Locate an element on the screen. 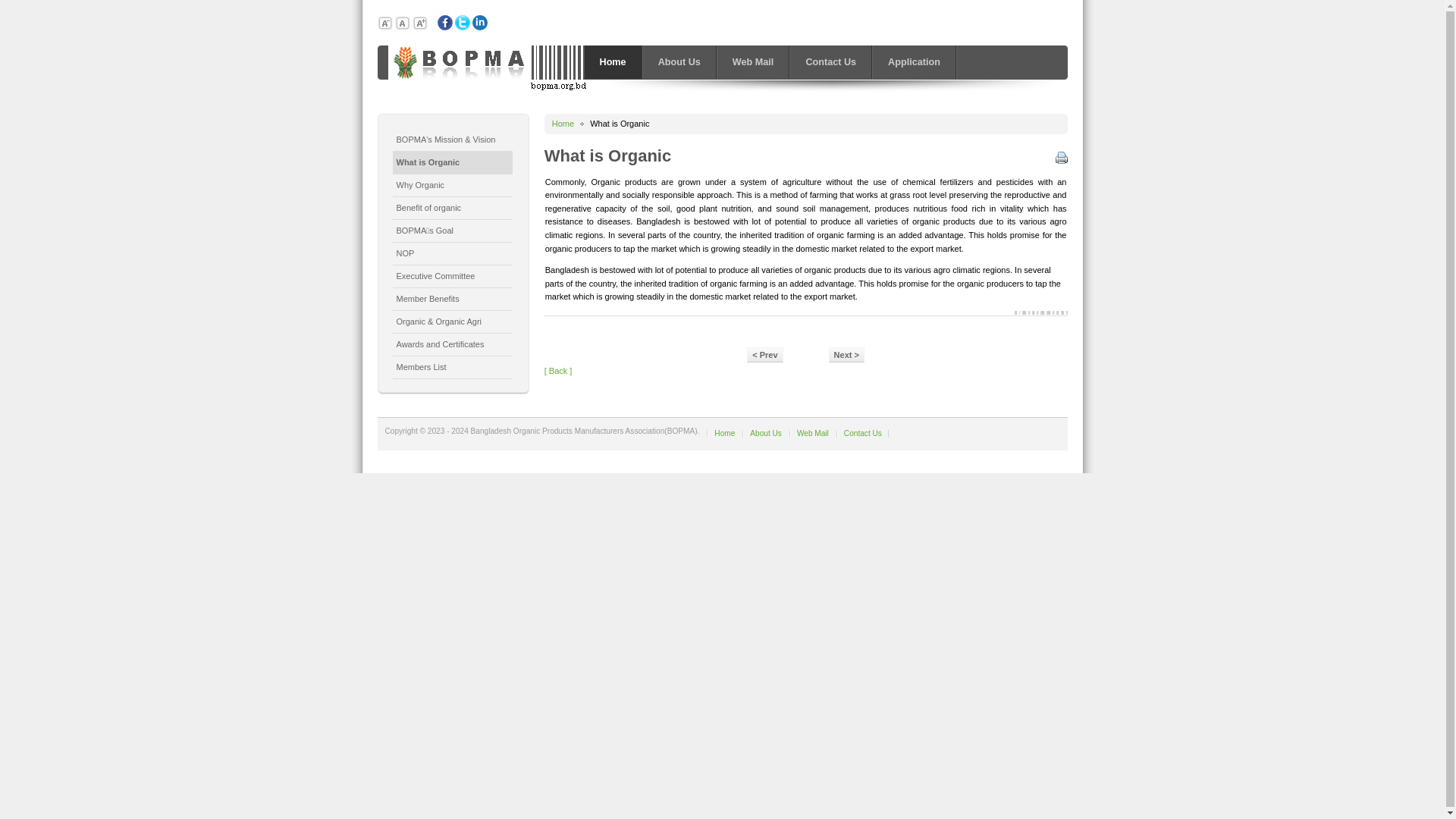 The height and width of the screenshot is (819, 1456). '[ Back ]' is located at coordinates (557, 371).